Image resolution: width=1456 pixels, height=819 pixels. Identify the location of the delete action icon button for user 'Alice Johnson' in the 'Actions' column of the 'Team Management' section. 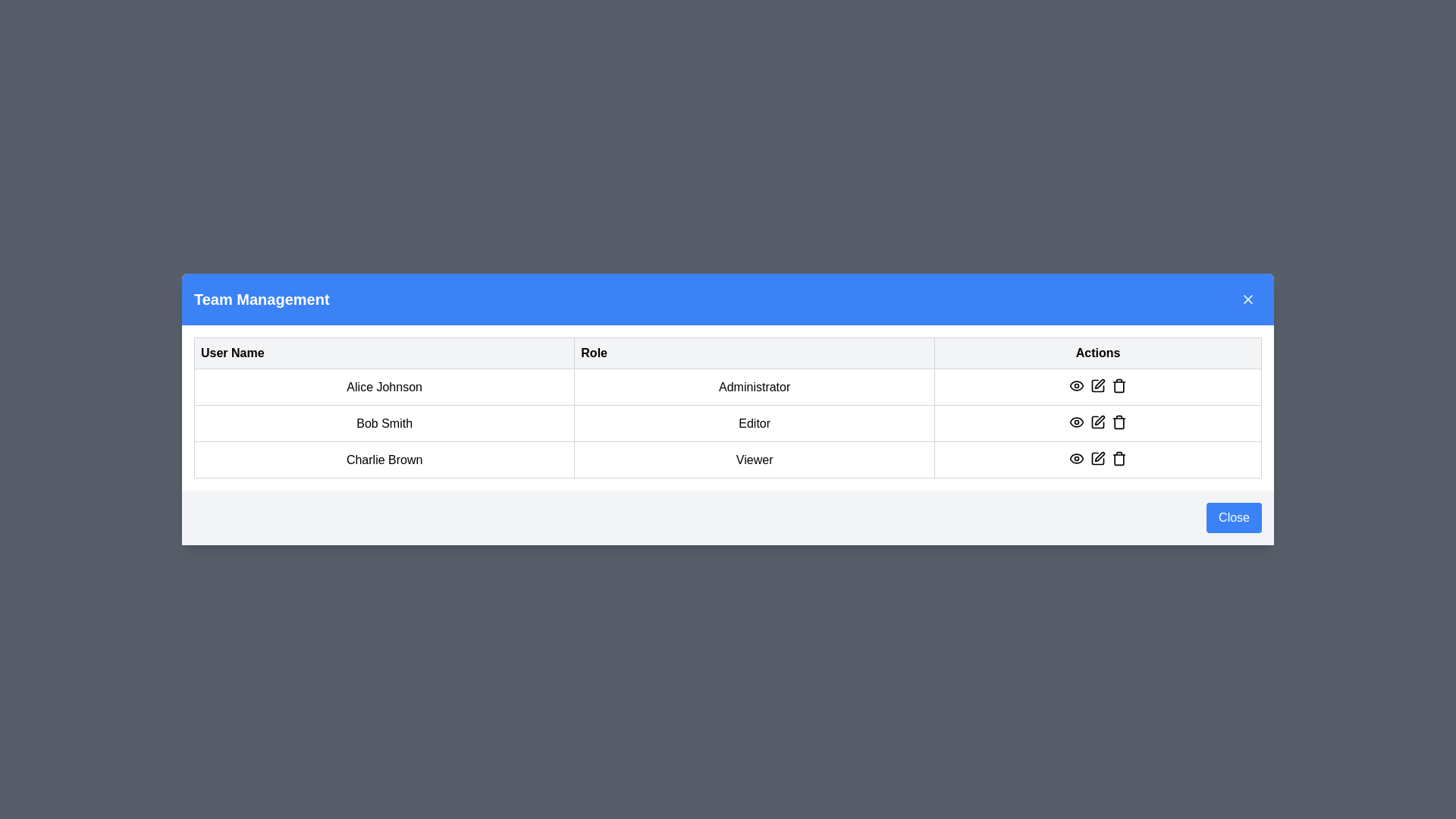
(1119, 385).